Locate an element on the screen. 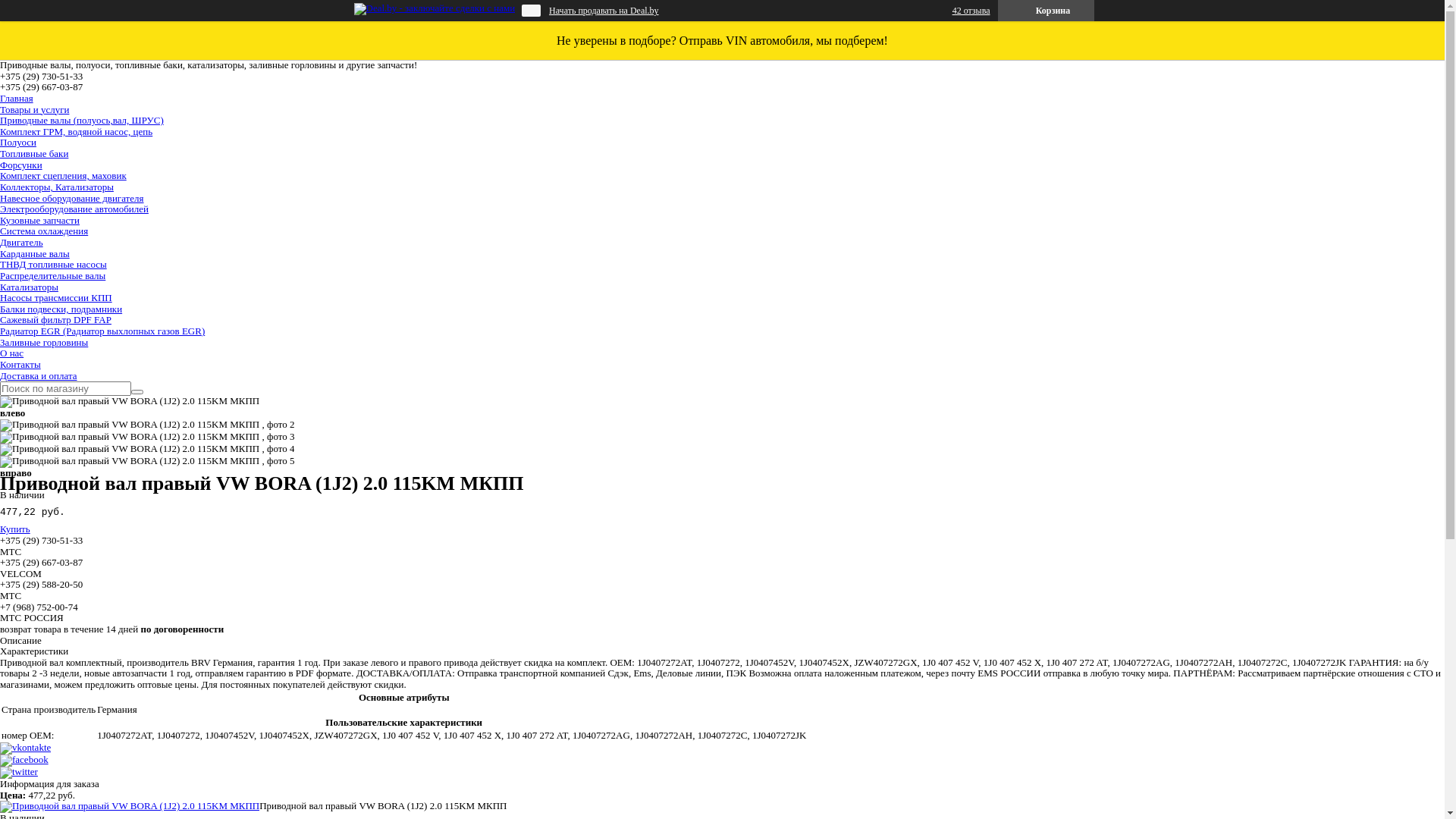 Image resolution: width=1456 pixels, height=819 pixels. 'facebook' is located at coordinates (24, 759).